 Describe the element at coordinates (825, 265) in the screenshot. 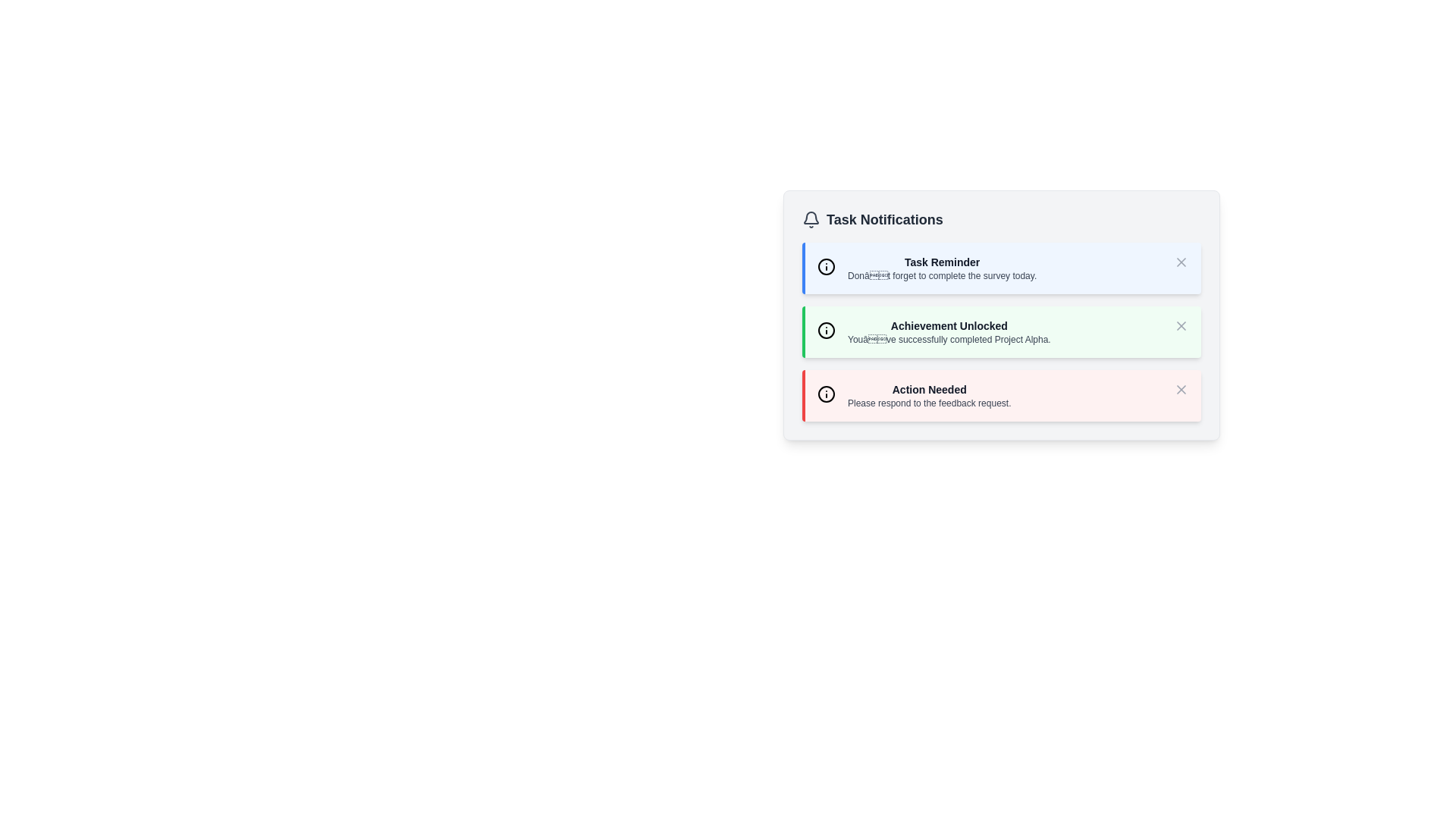

I see `the first SVG Circle Element that serves as a structural component of an icon, aiding in the representation of information or alert in the user interface` at that location.